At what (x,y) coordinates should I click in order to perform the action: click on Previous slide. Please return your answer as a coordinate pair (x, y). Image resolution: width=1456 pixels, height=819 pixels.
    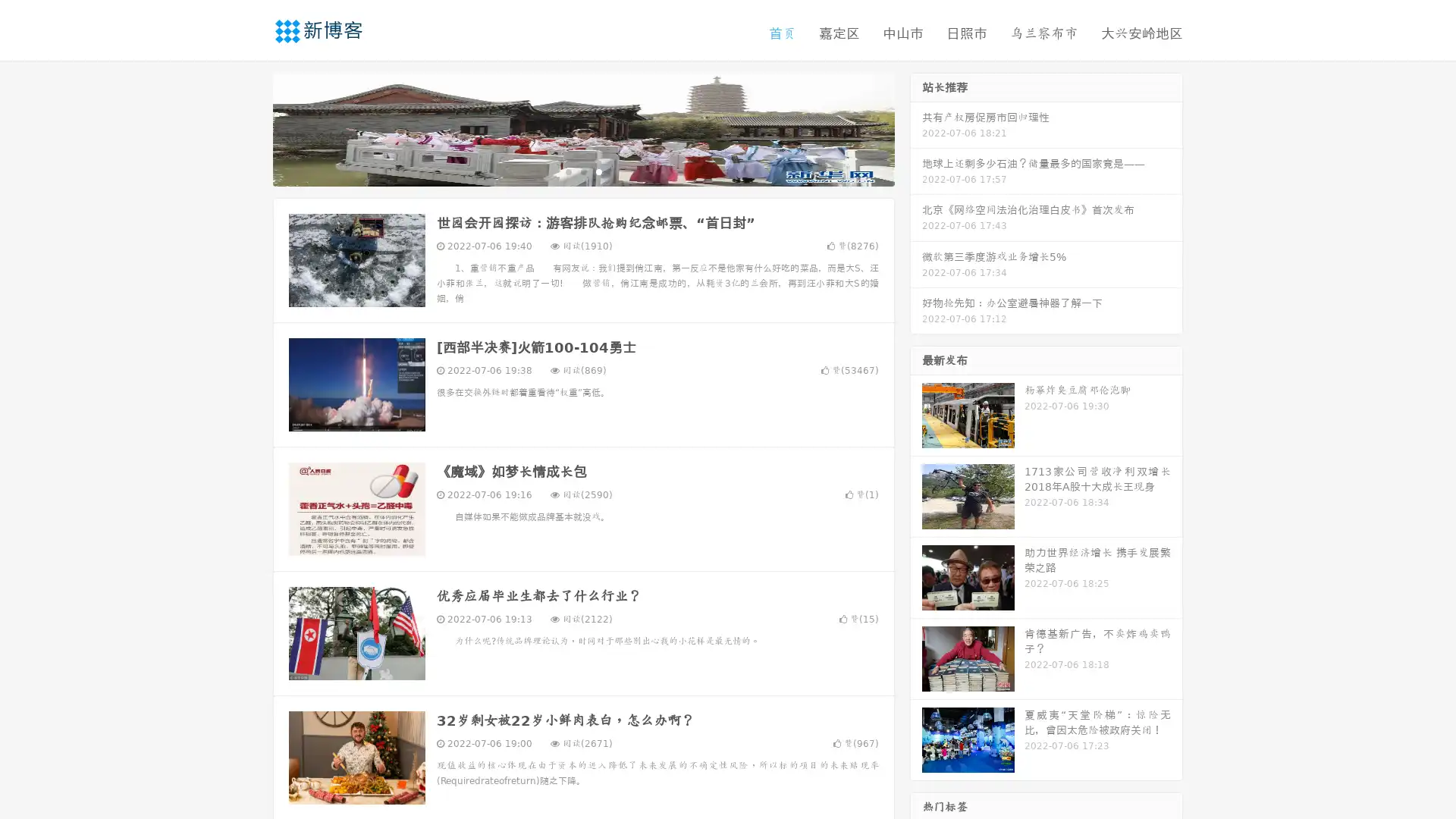
    Looking at the image, I should click on (250, 127).